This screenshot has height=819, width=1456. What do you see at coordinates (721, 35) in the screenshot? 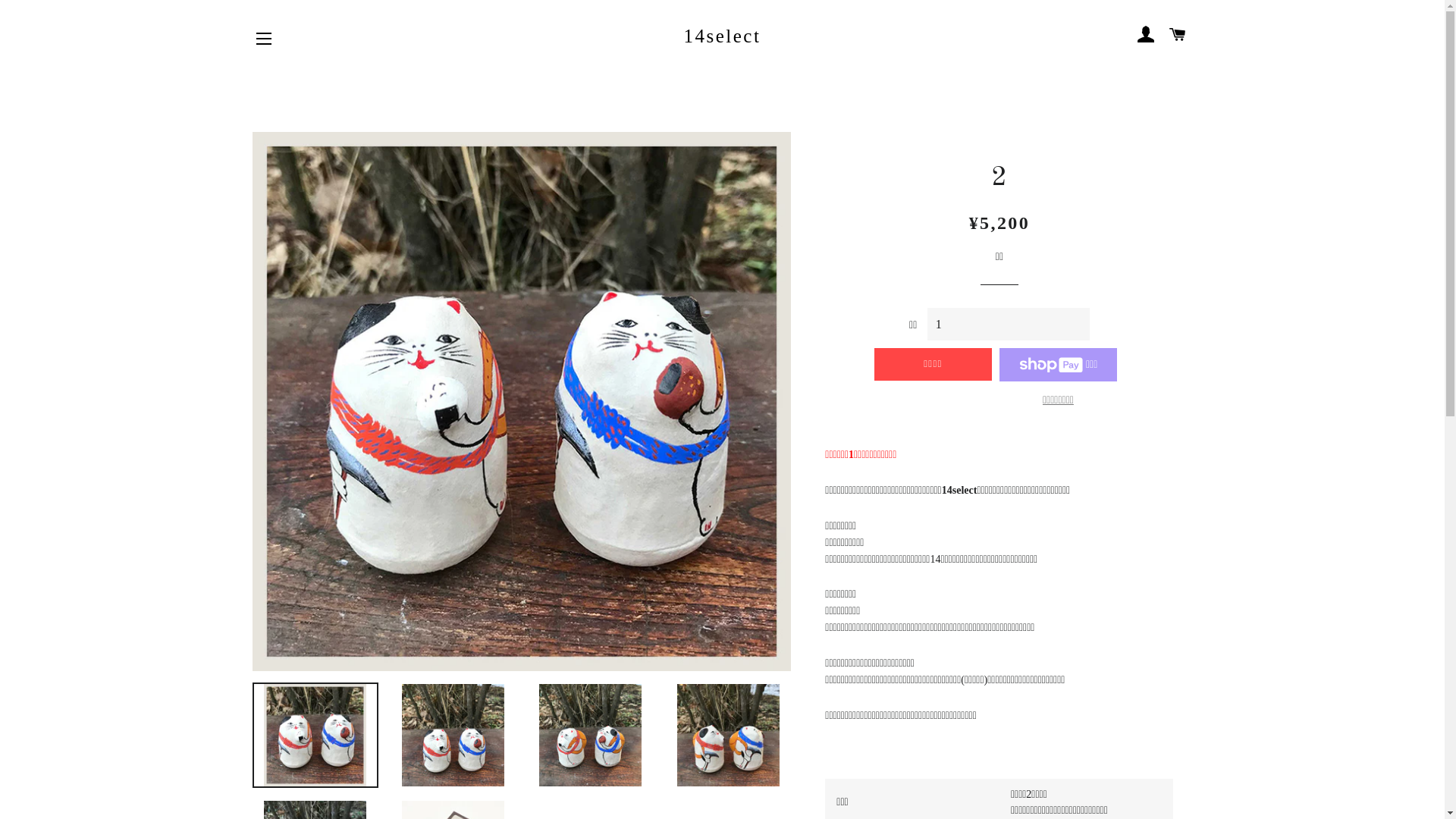
I see `'14select'` at bounding box center [721, 35].